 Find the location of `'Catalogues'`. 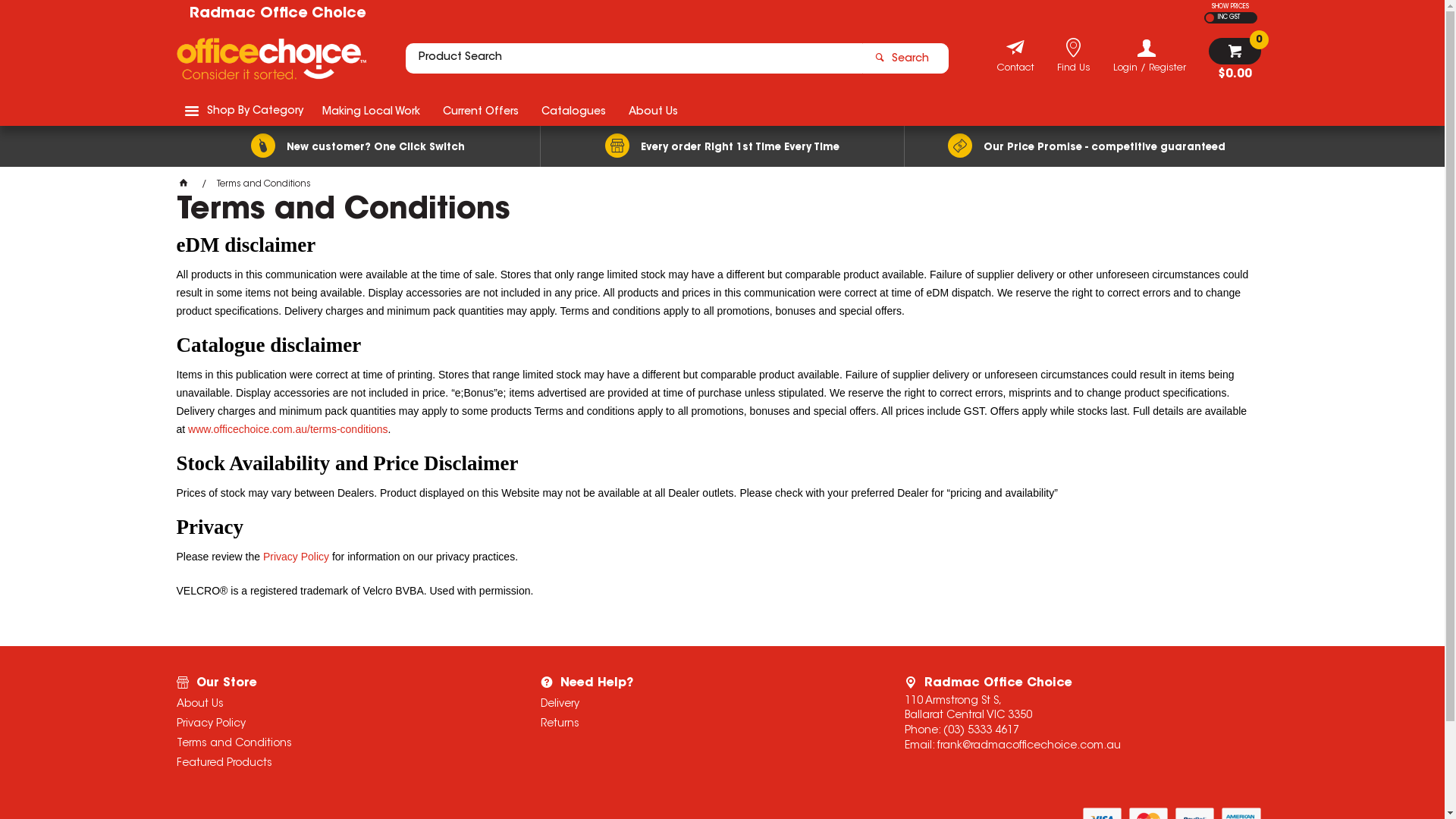

'Catalogues' is located at coordinates (572, 110).